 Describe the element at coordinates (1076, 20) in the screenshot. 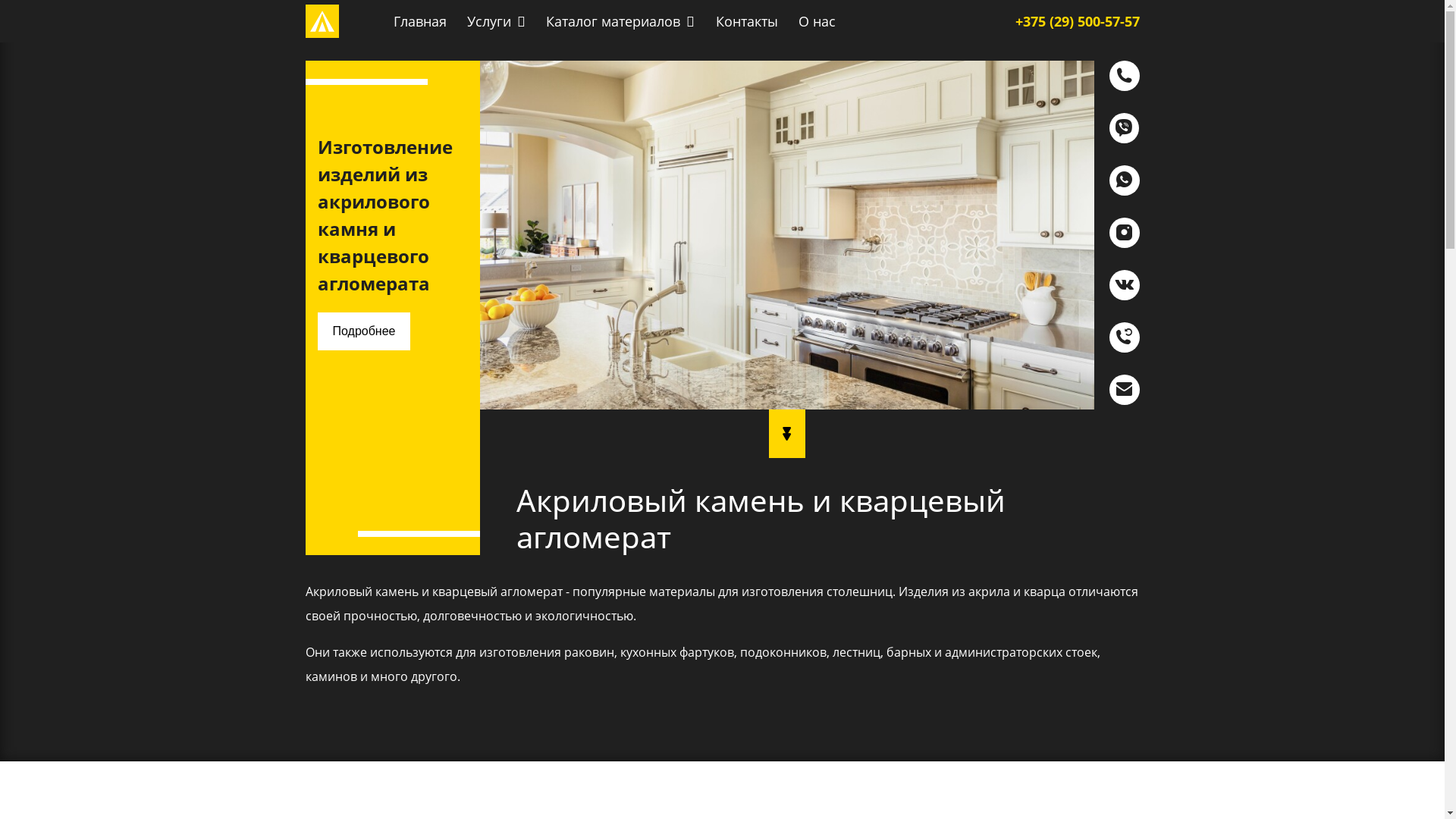

I see `'+375 (29) 500-57-57'` at that location.